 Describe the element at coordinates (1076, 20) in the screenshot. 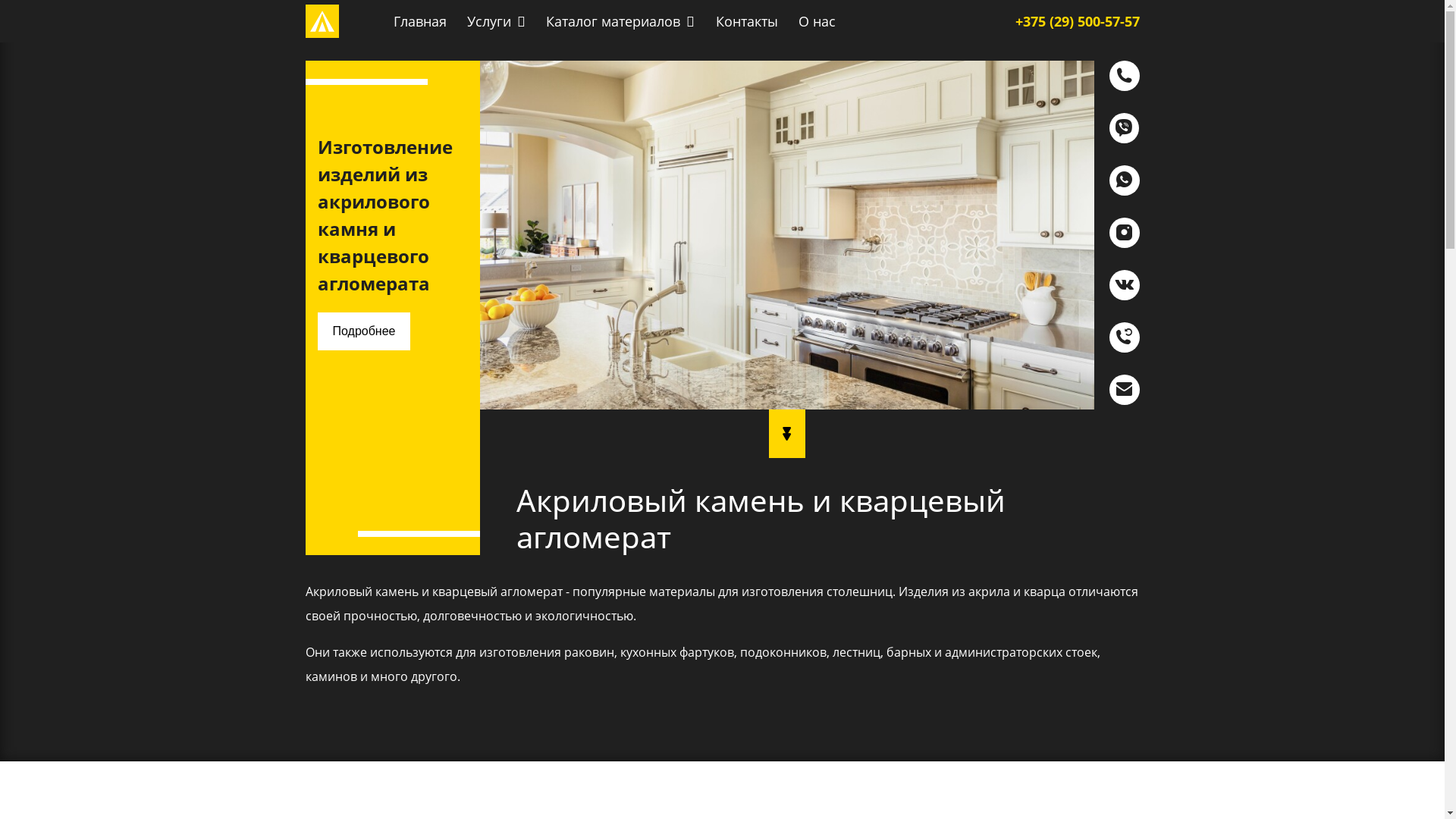

I see `'+375 (29) 500-57-57'` at that location.